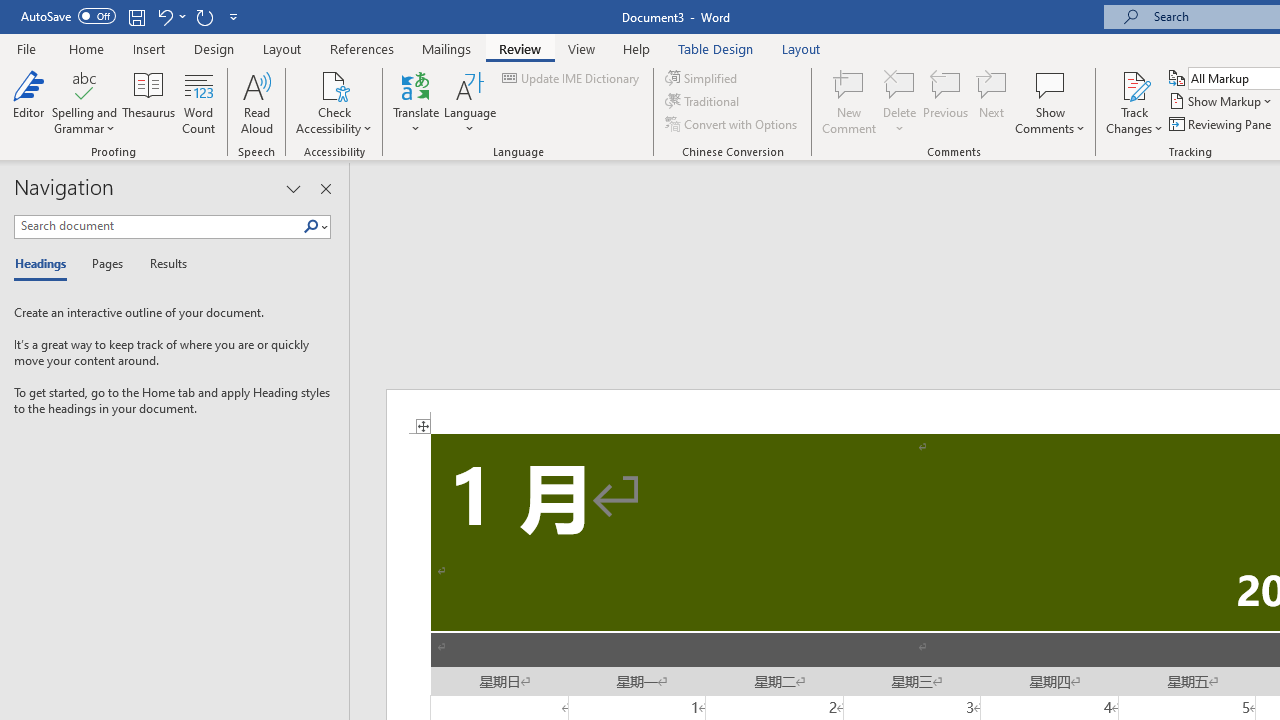  I want to click on 'Show Comments', so click(1049, 103).